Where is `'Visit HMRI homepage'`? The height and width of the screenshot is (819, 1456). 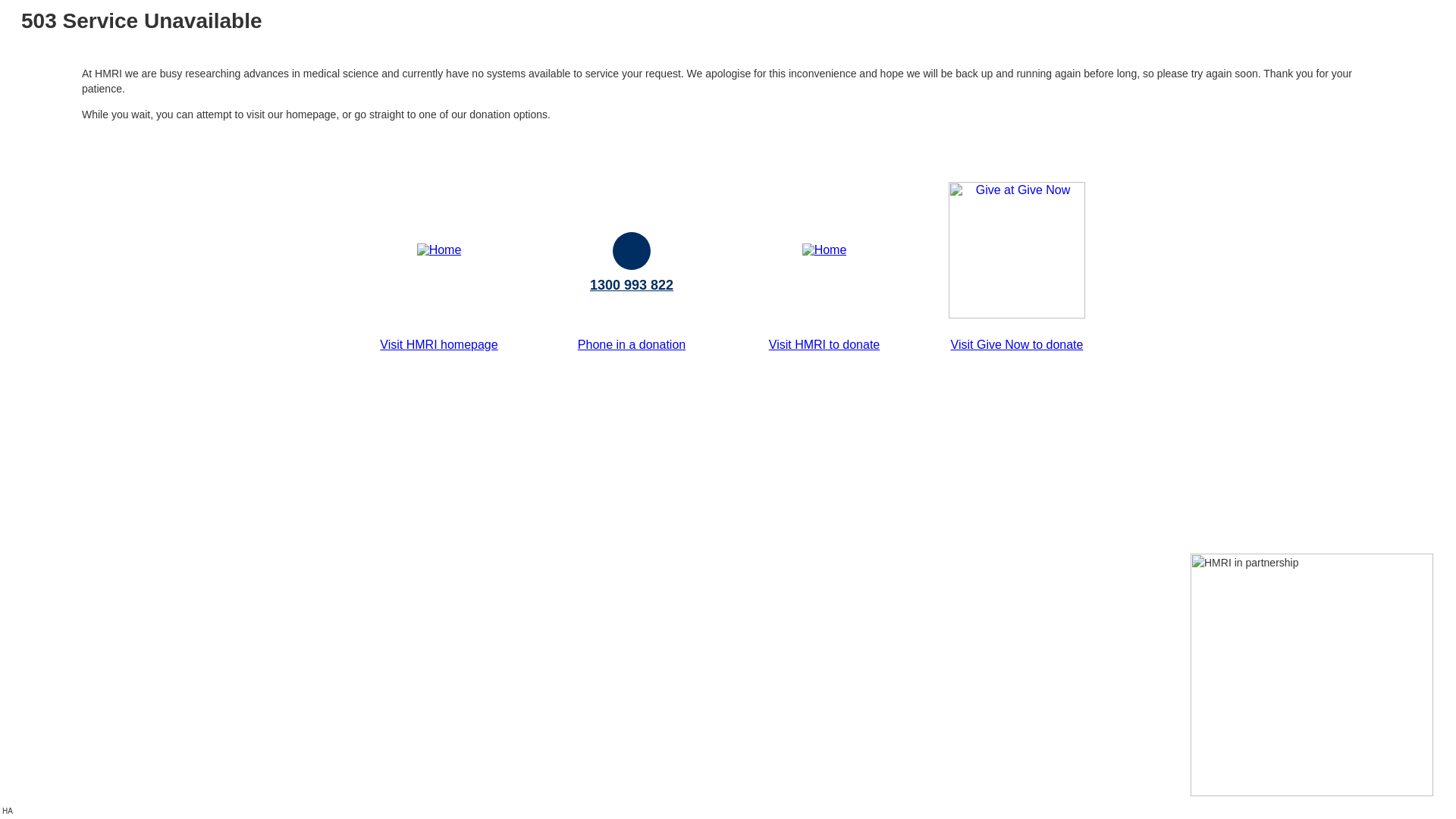
'Visit HMRI homepage' is located at coordinates (438, 344).